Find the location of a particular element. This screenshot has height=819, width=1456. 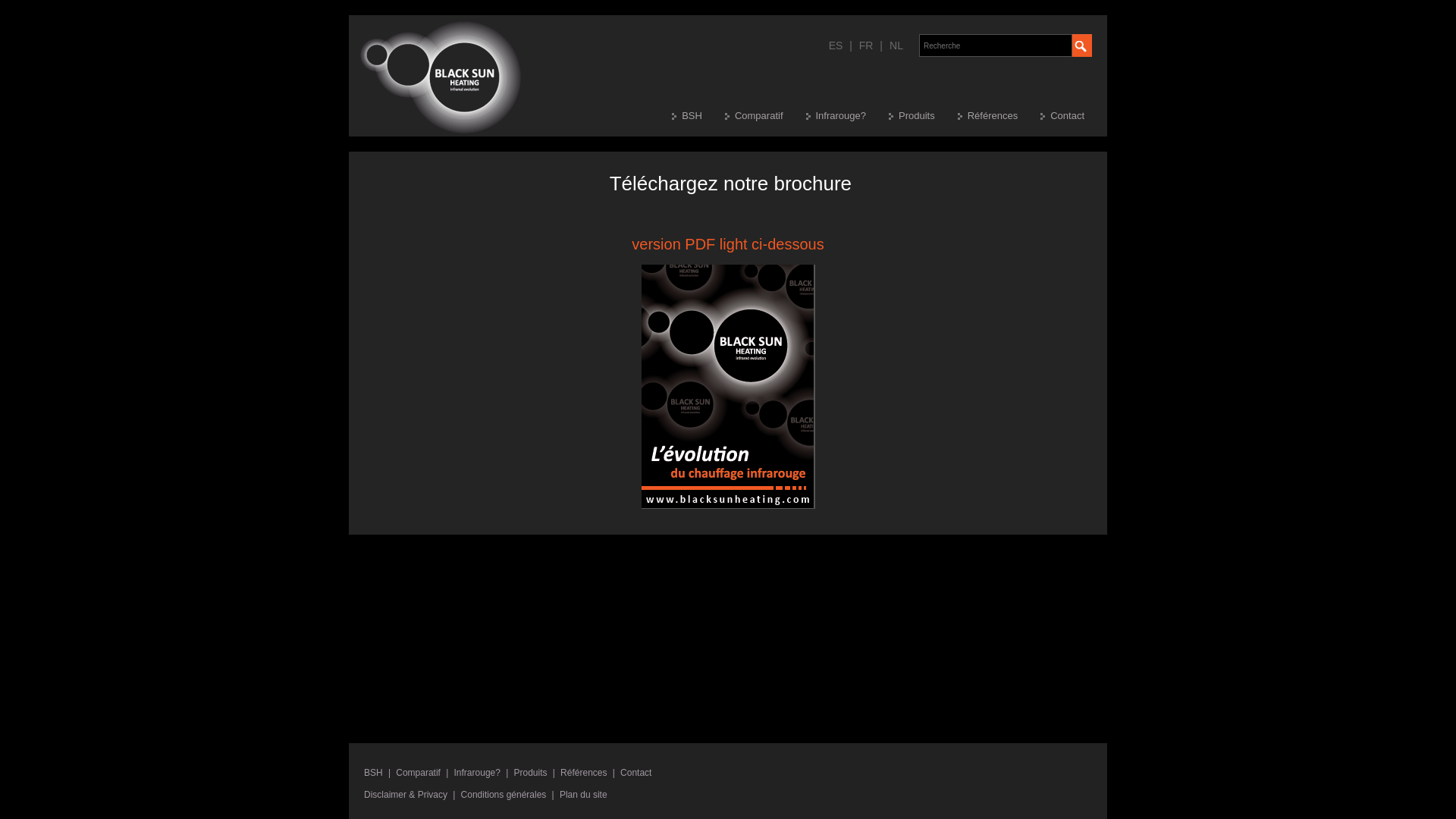

'Comparatif' is located at coordinates (418, 772).